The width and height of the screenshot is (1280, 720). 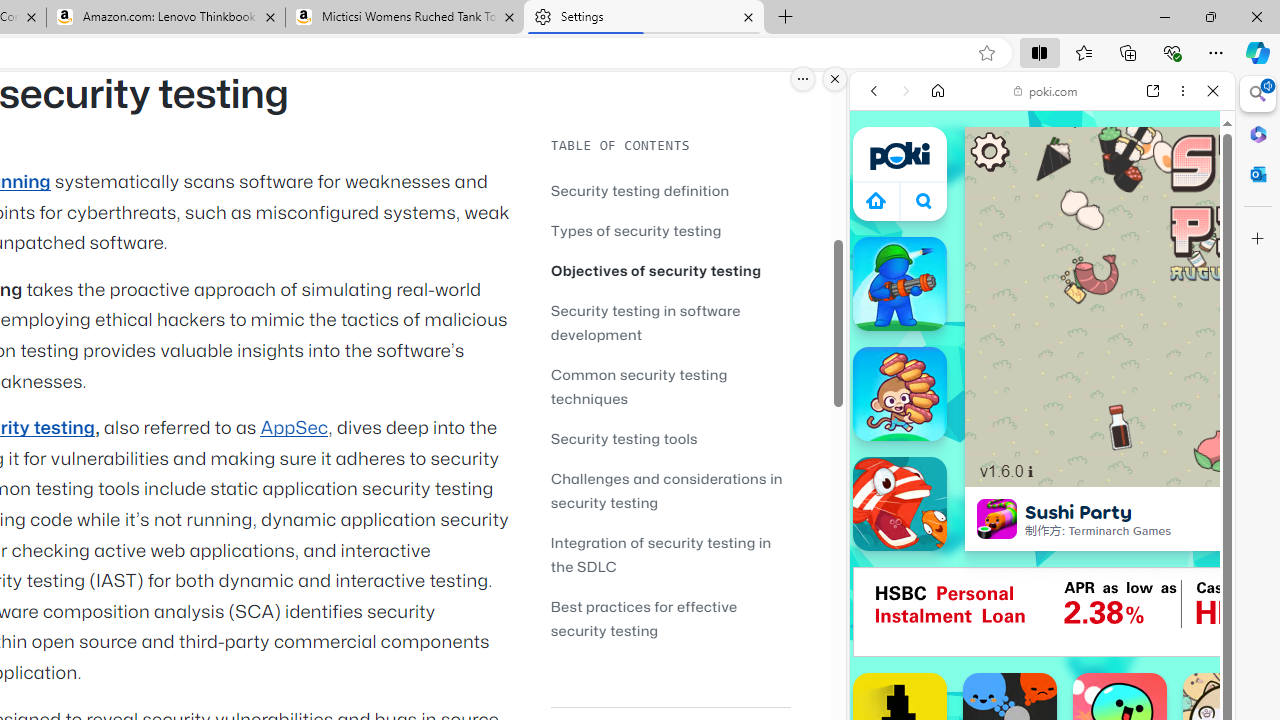 What do you see at coordinates (640, 190) in the screenshot?
I see `'Security testing definition'` at bounding box center [640, 190].